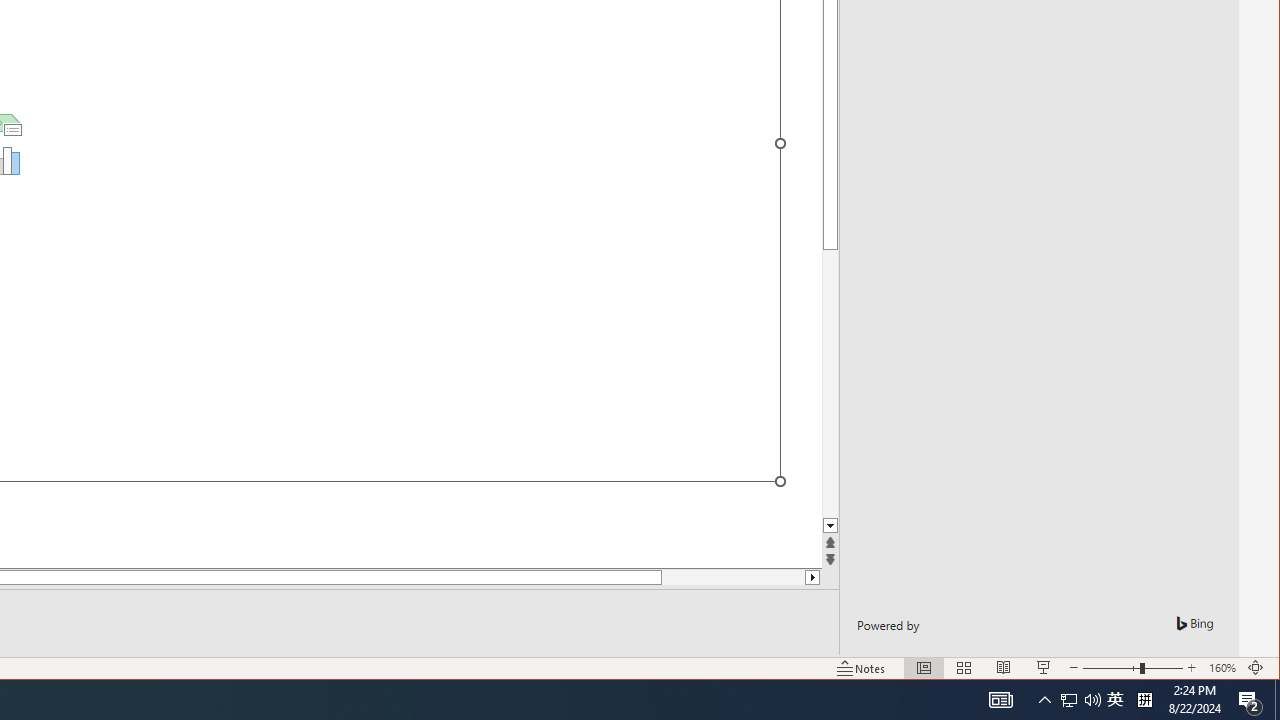  Describe the element at coordinates (1000, 698) in the screenshot. I see `'AutomationID: 4105'` at that location.